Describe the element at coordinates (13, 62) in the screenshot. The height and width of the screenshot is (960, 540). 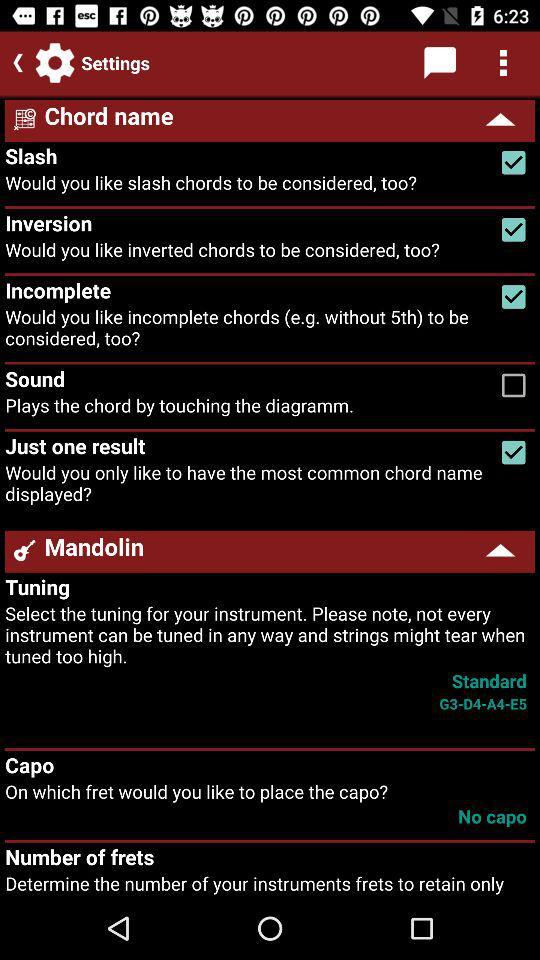
I see `the arrow_backward icon` at that location.